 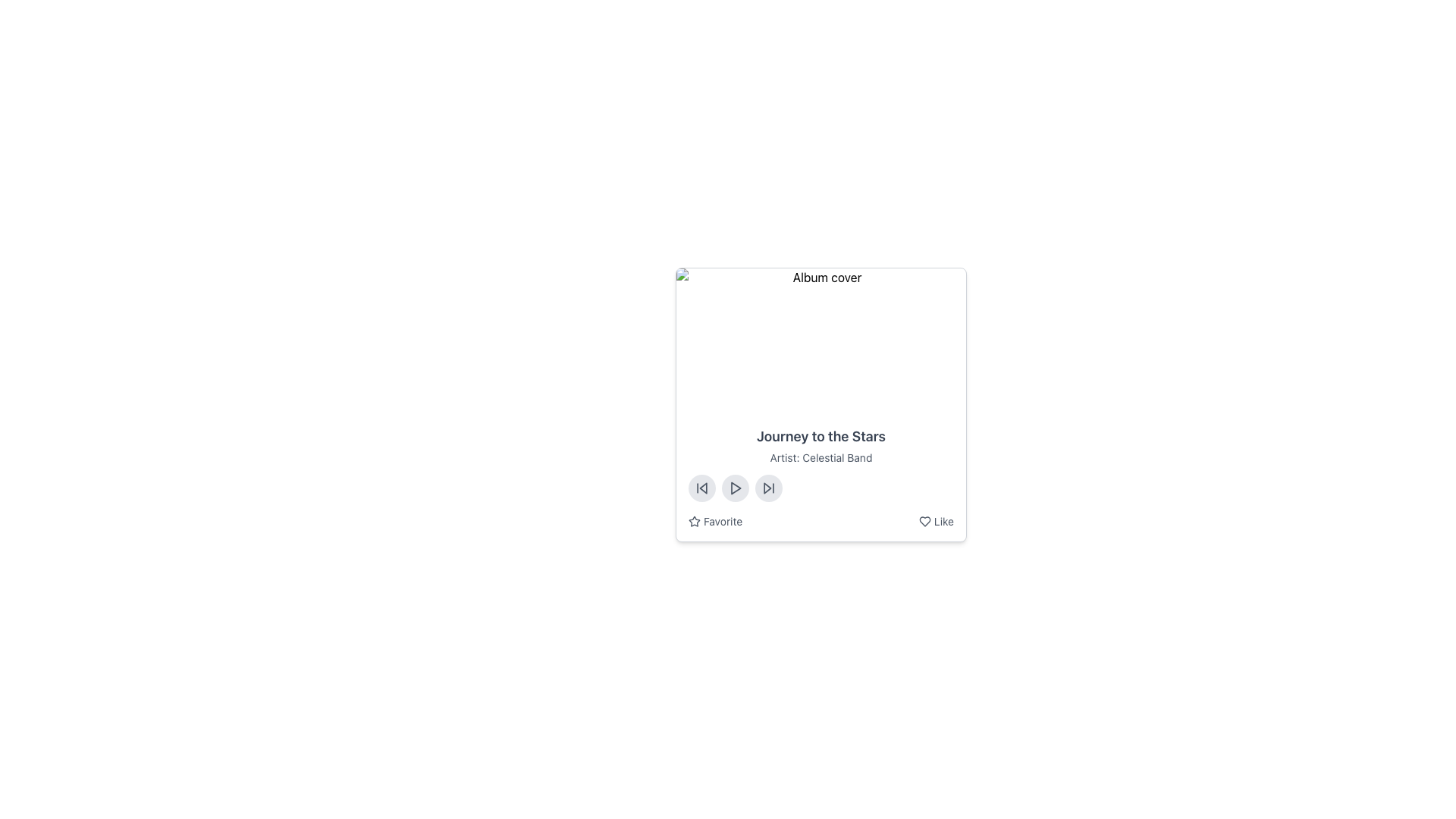 What do you see at coordinates (935, 520) in the screenshot?
I see `the 'Like' button` at bounding box center [935, 520].